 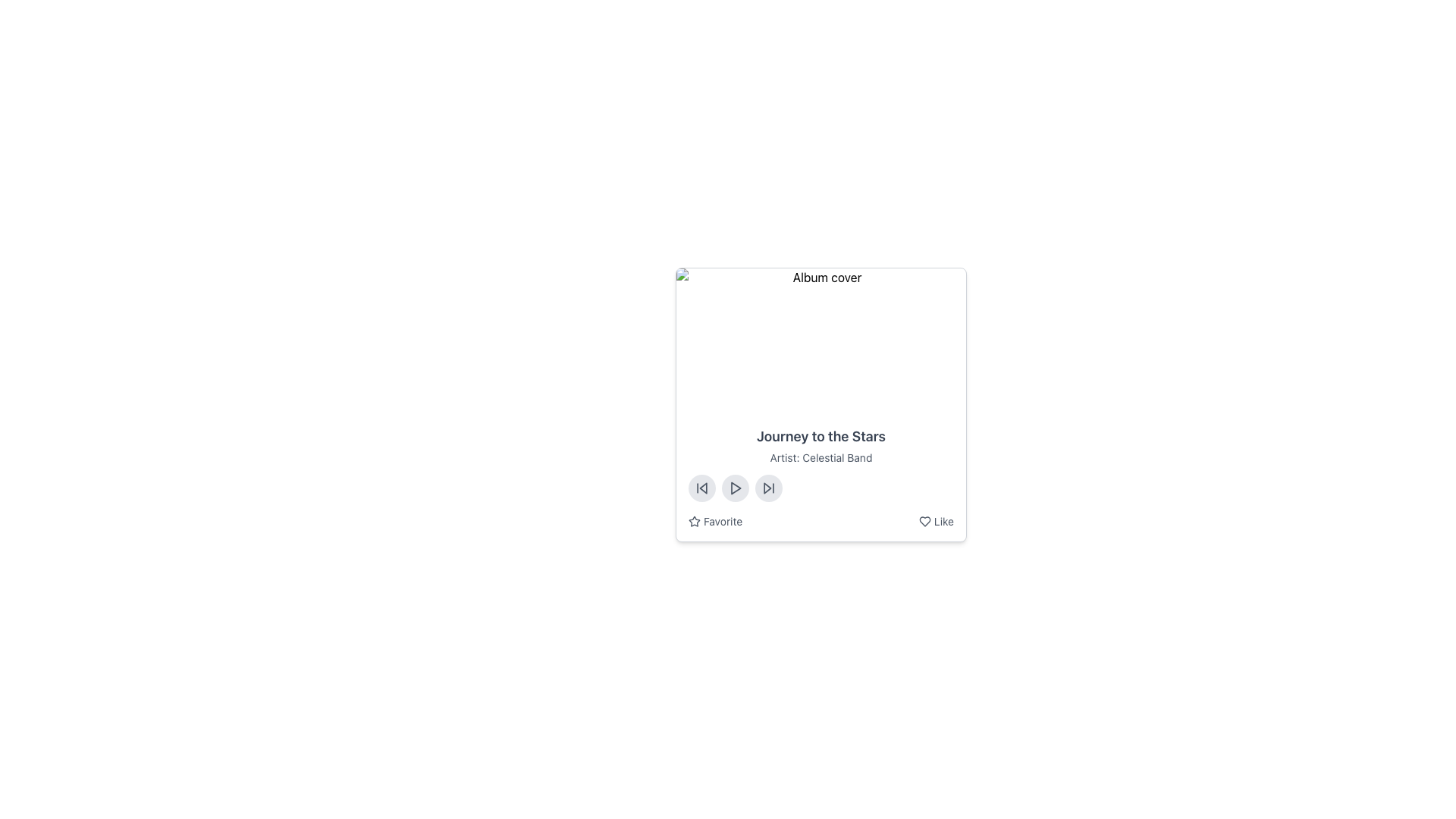 What do you see at coordinates (935, 520) in the screenshot?
I see `the 'Like' button` at bounding box center [935, 520].